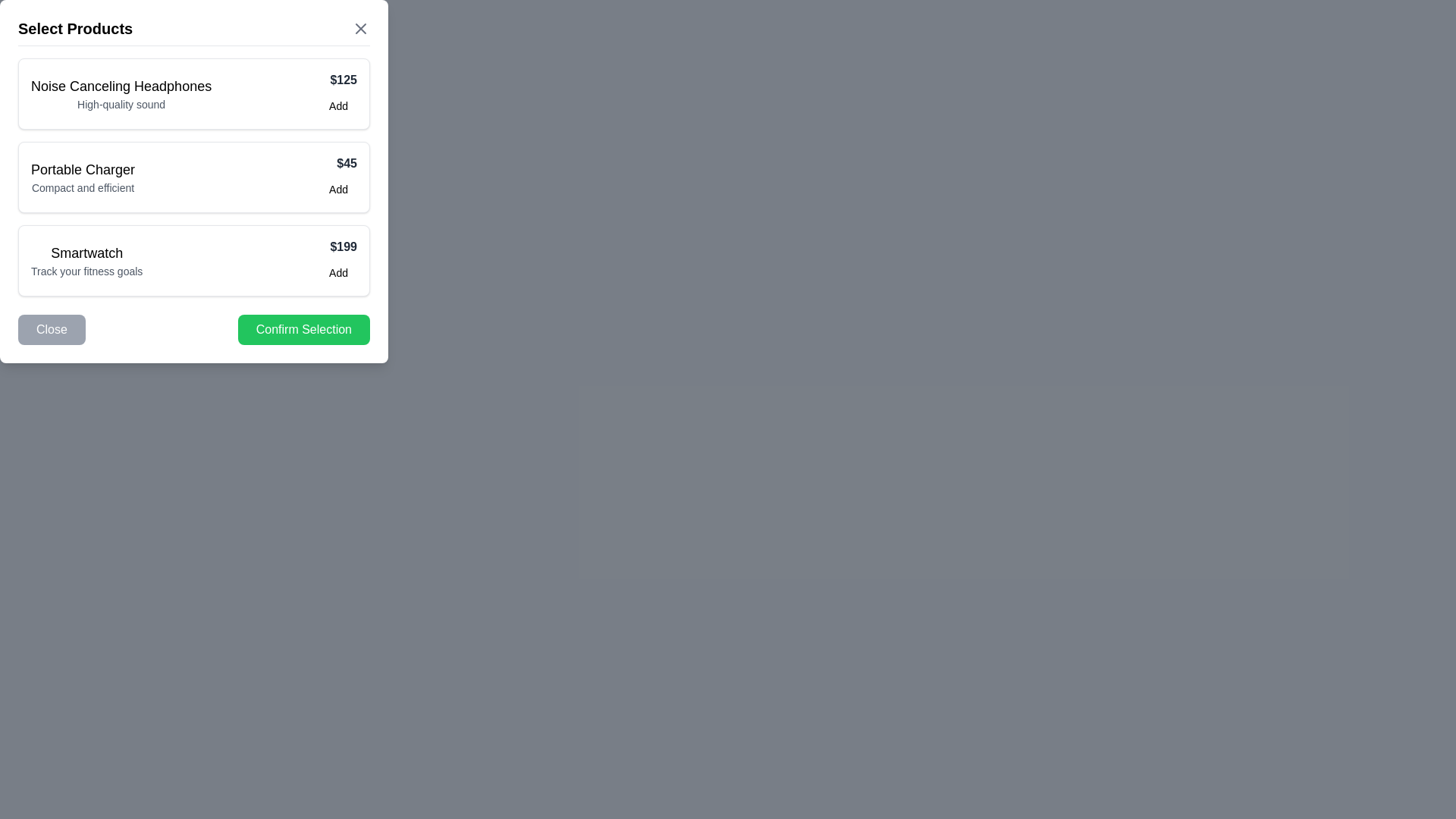  I want to click on the 'Noise Canceling Headphones' text label, so click(121, 86).